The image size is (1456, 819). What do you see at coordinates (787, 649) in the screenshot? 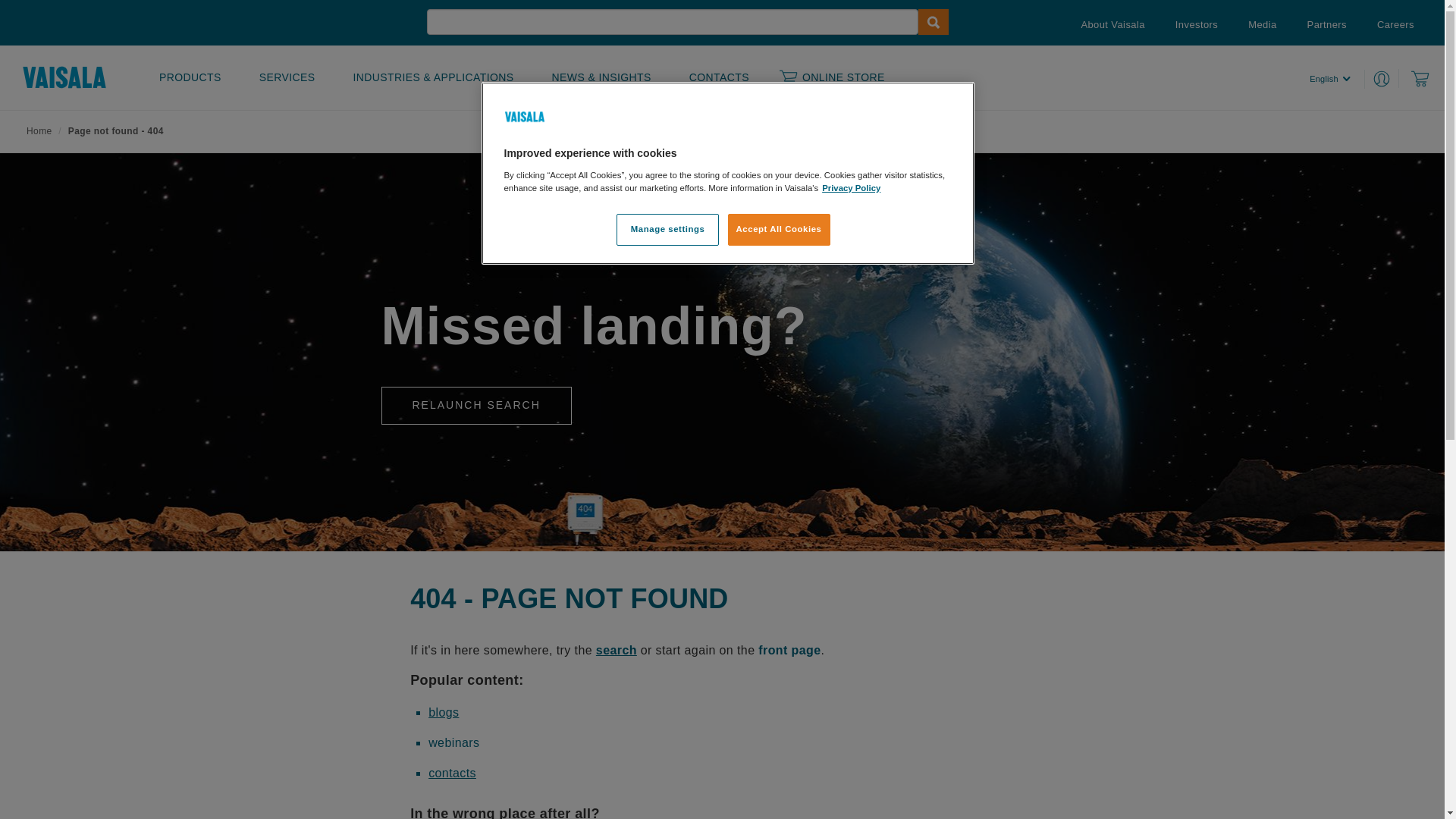
I see `' front page'` at bounding box center [787, 649].